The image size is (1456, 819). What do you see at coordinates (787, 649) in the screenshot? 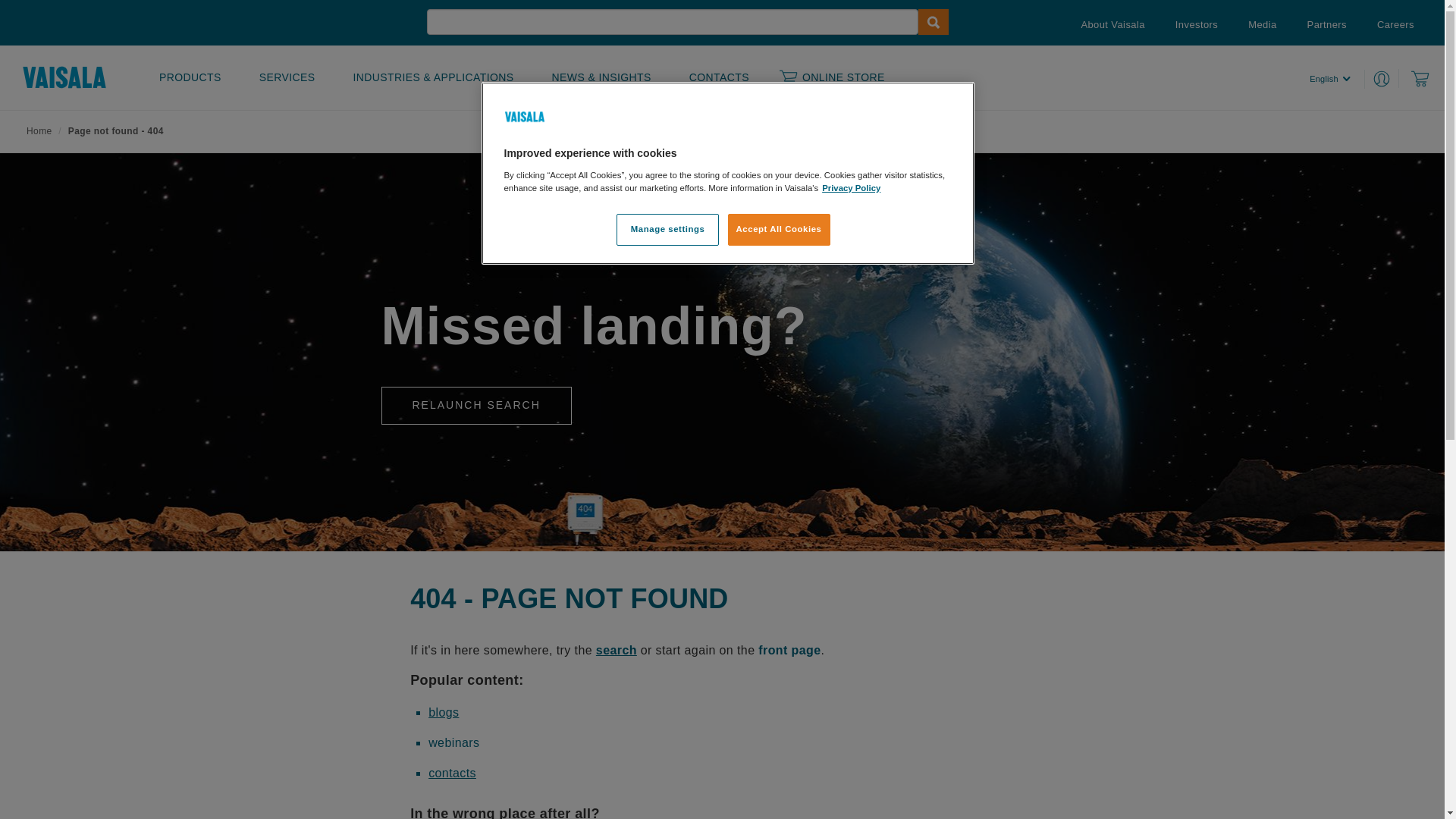
I see `' front page'` at bounding box center [787, 649].